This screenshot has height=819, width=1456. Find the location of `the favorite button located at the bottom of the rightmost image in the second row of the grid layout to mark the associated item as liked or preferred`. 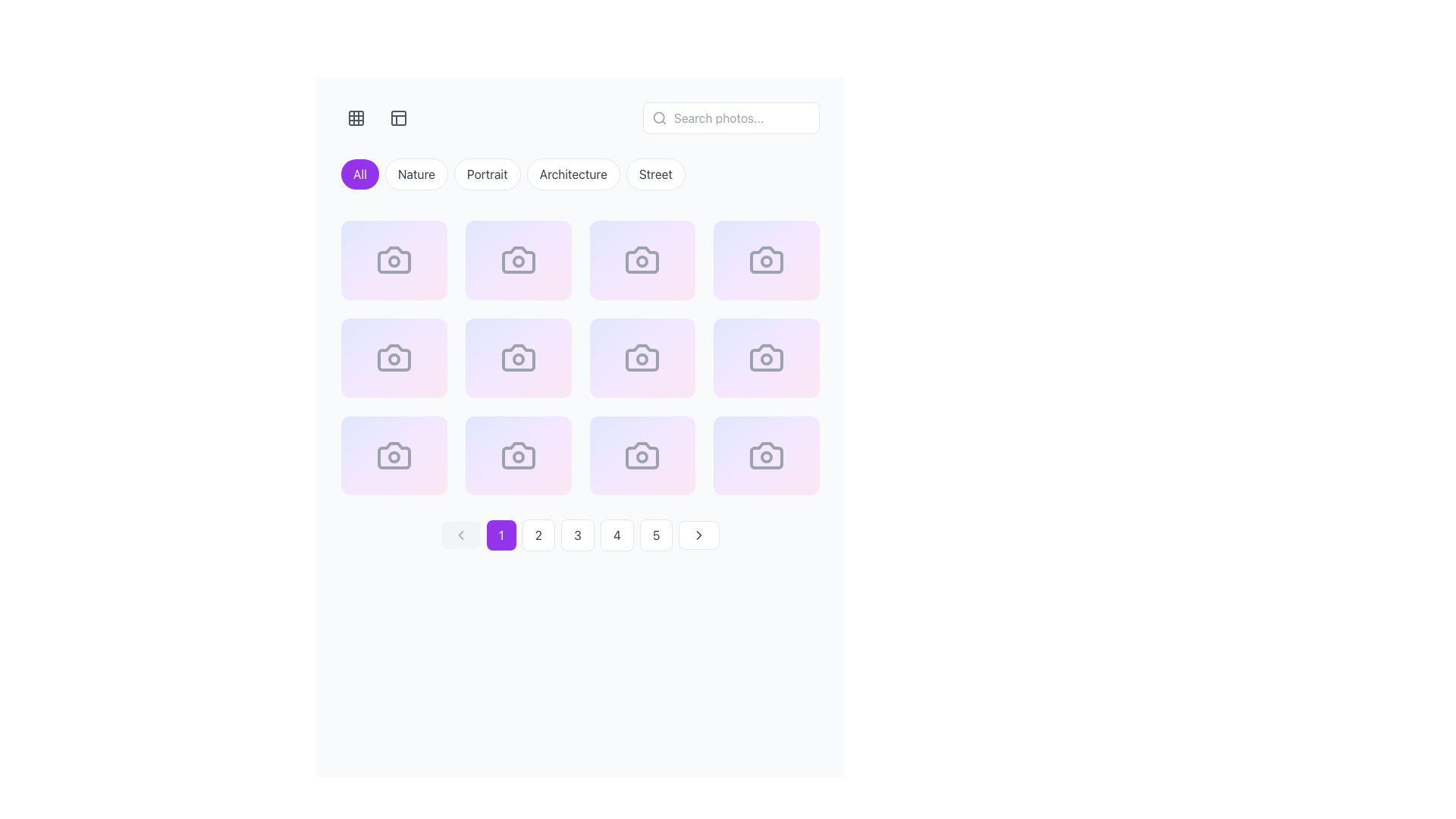

the favorite button located at the bottom of the rightmost image in the second row of the grid layout to mark the associated item as liked or preferred is located at coordinates (739, 372).